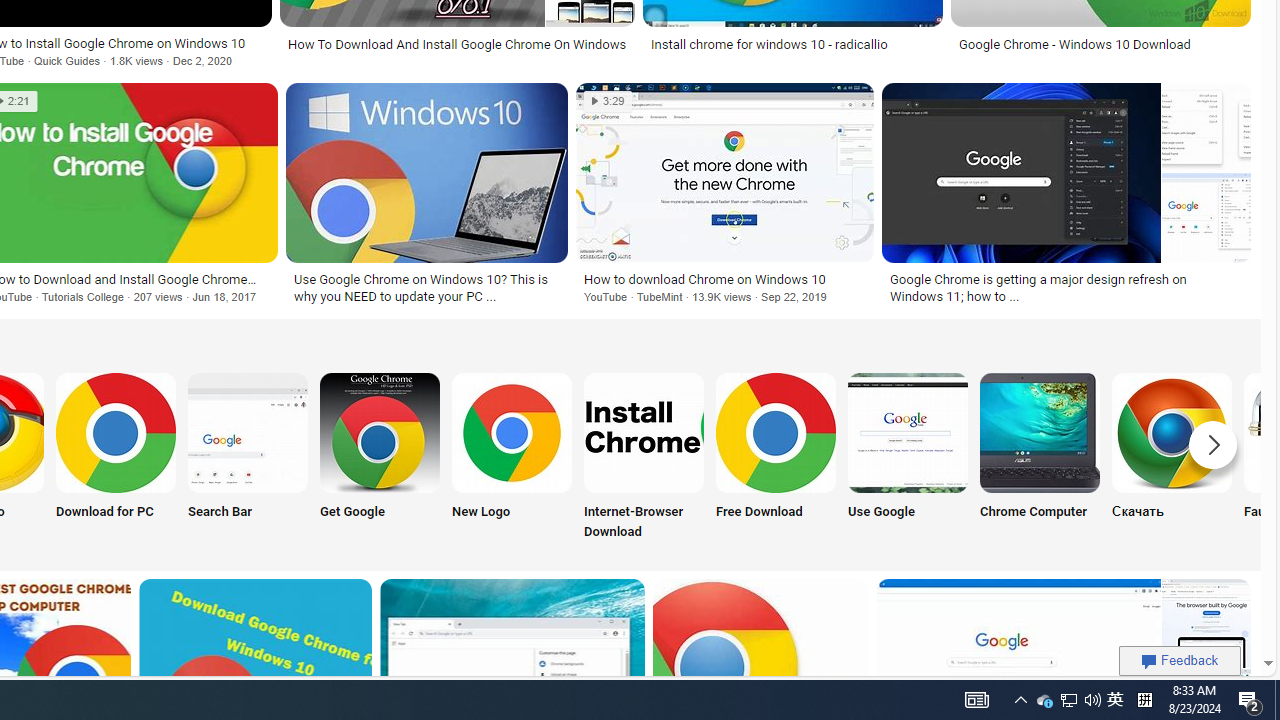 The image size is (1280, 720). What do you see at coordinates (380, 458) in the screenshot?
I see `'Get Google Chrome Get Google'` at bounding box center [380, 458].